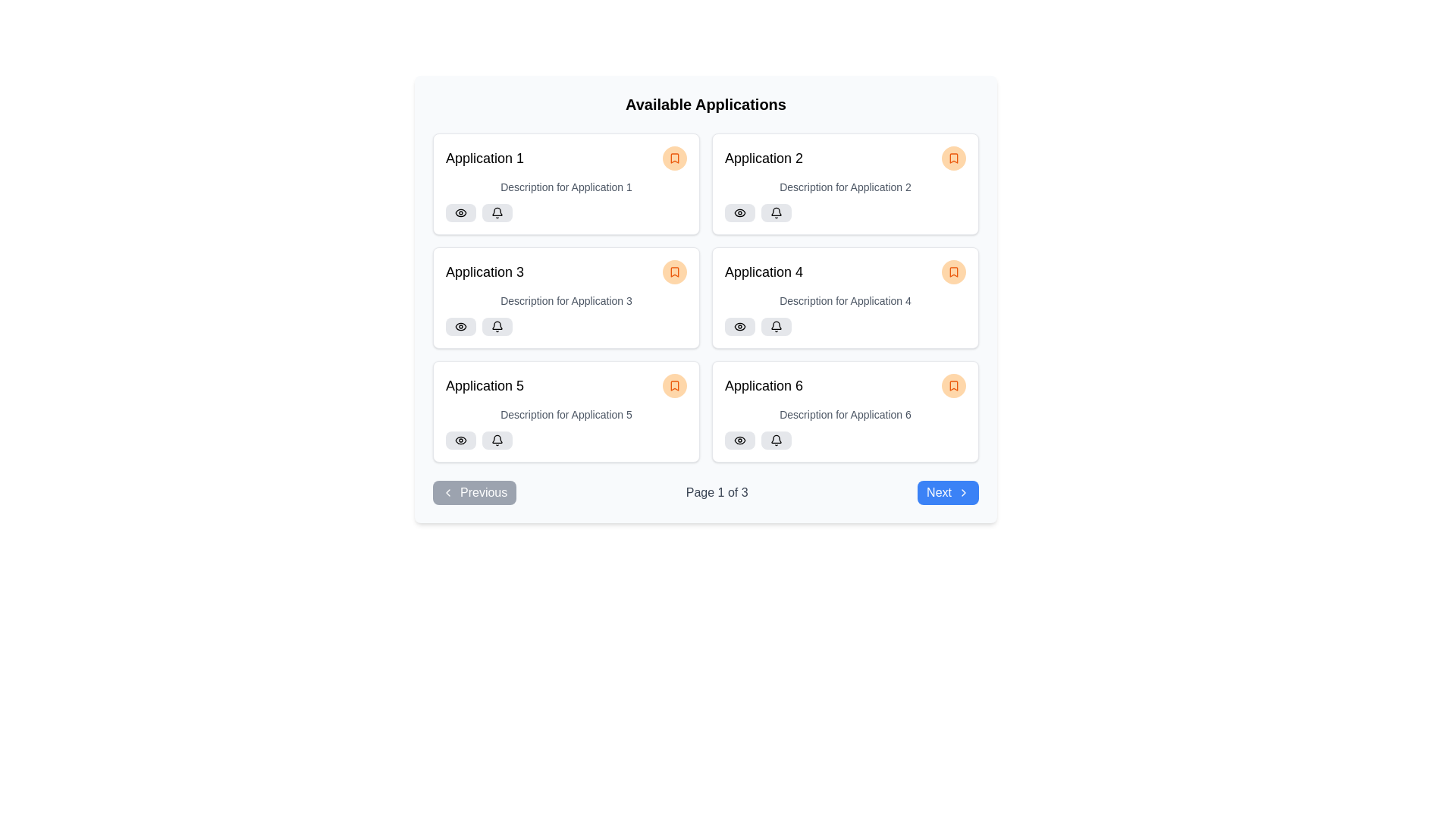 Image resolution: width=1456 pixels, height=819 pixels. I want to click on the first button in the row for 'Application 3' to observe the hover effect, so click(460, 326).